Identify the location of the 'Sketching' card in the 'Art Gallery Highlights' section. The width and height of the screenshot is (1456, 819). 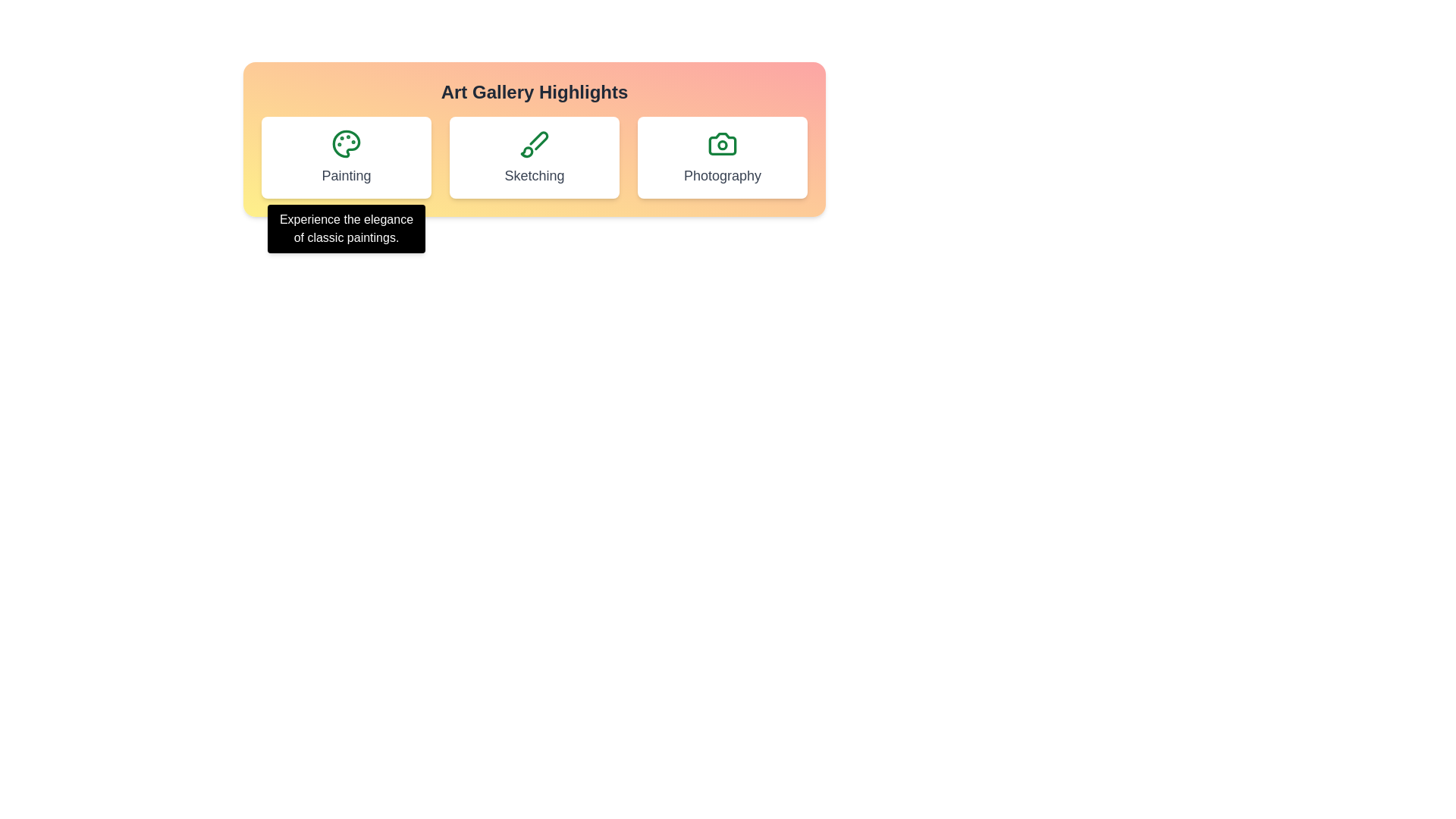
(535, 158).